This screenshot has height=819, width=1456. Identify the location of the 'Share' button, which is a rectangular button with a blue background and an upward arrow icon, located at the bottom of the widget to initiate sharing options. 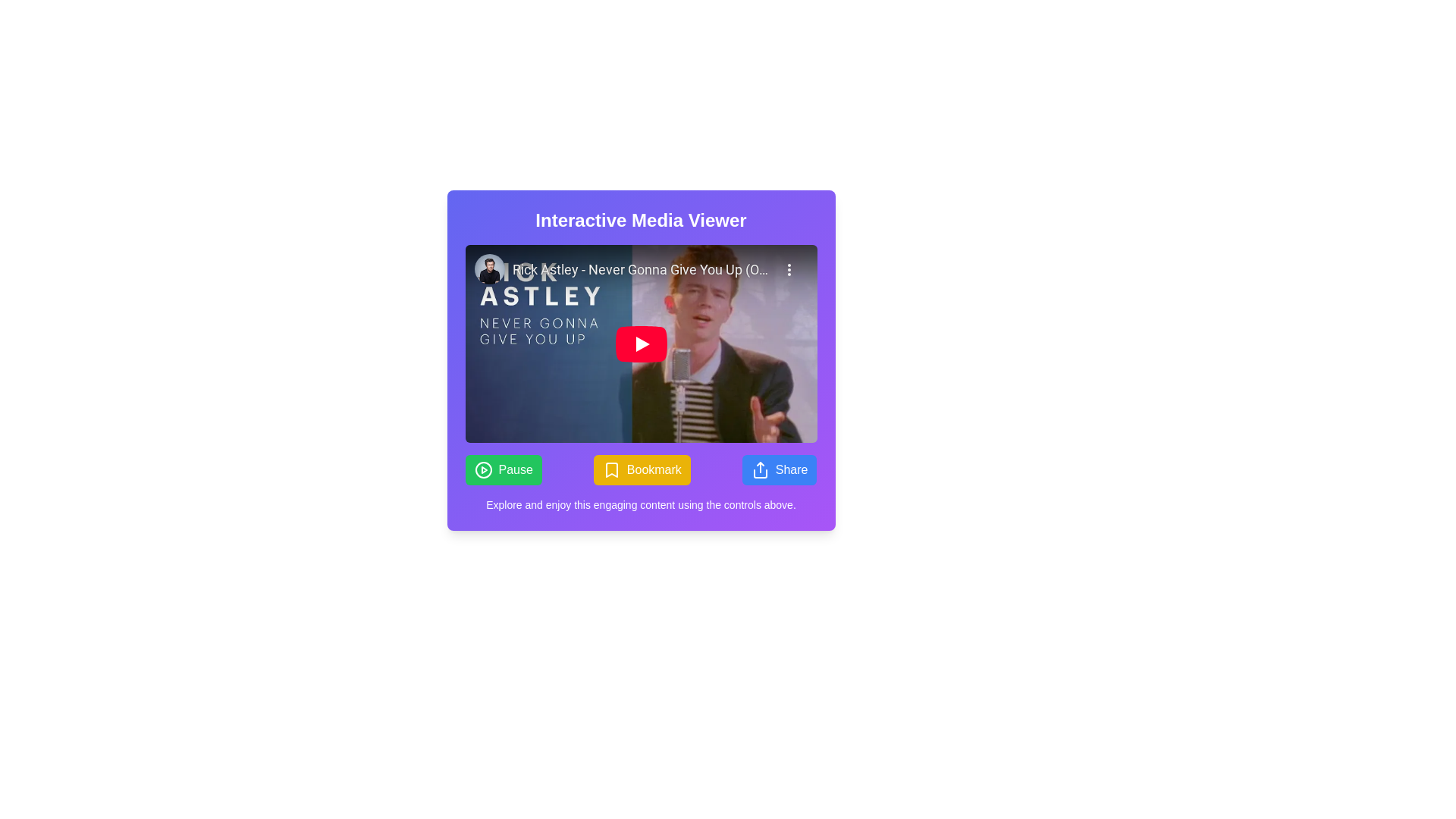
(780, 469).